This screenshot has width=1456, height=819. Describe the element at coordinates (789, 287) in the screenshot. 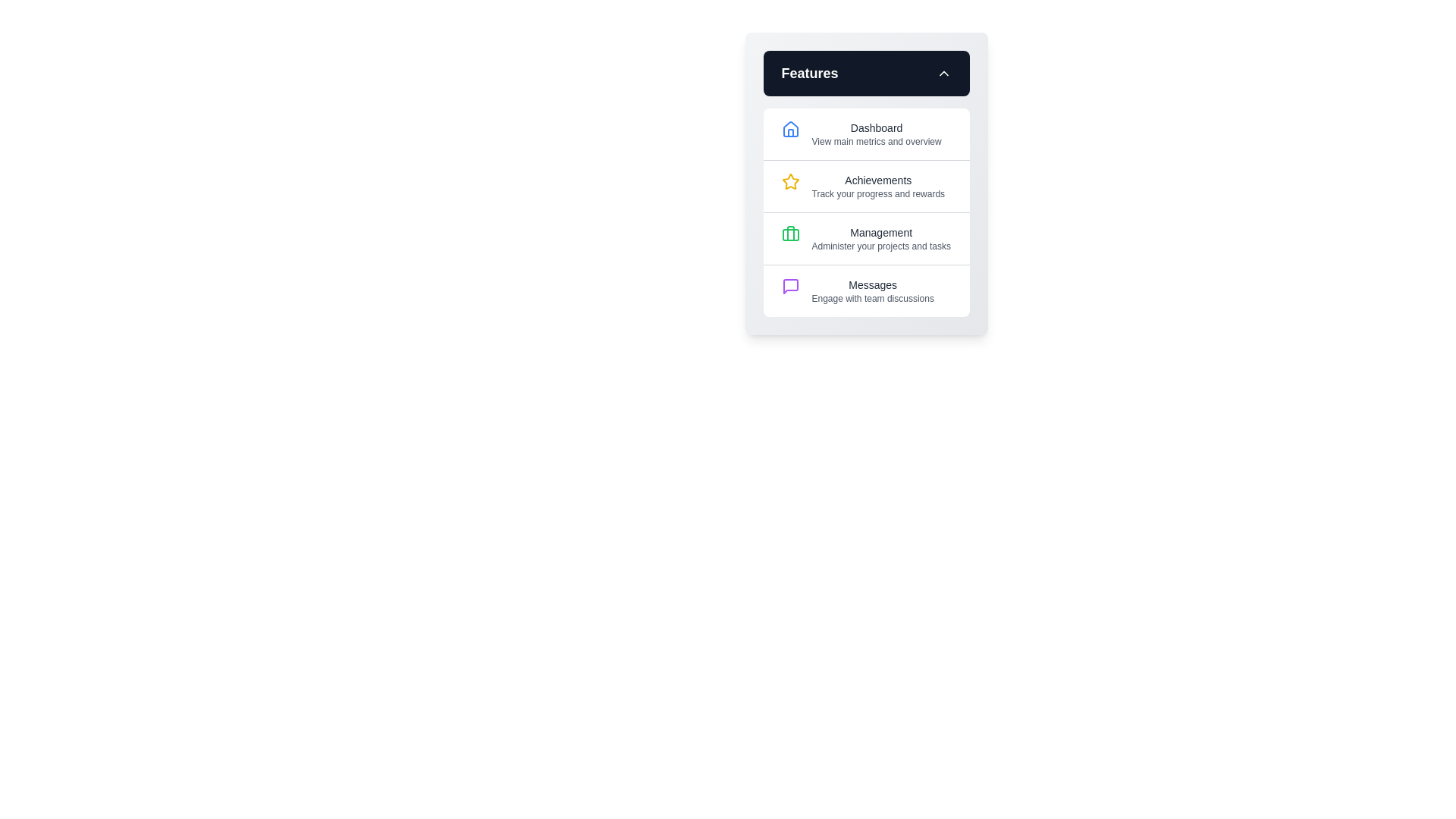

I see `the 'Messages' icon located to the left of the text 'Messages' in the 'Features' section of the navigation menu` at that location.